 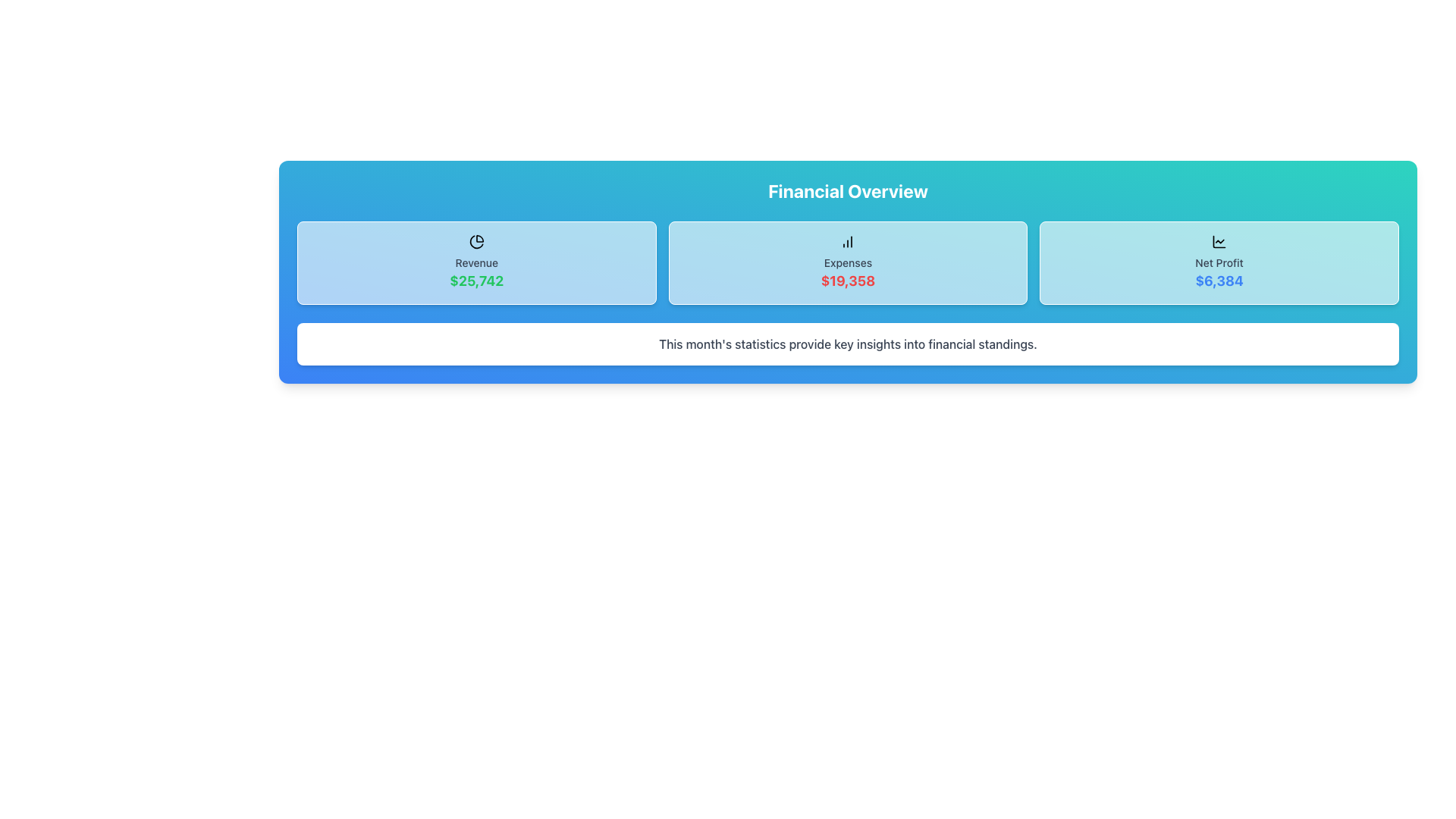 I want to click on the icon representing revenue data located within the 'Revenue' card, positioned above the 'Revenue' label and numerical value, so click(x=475, y=241).